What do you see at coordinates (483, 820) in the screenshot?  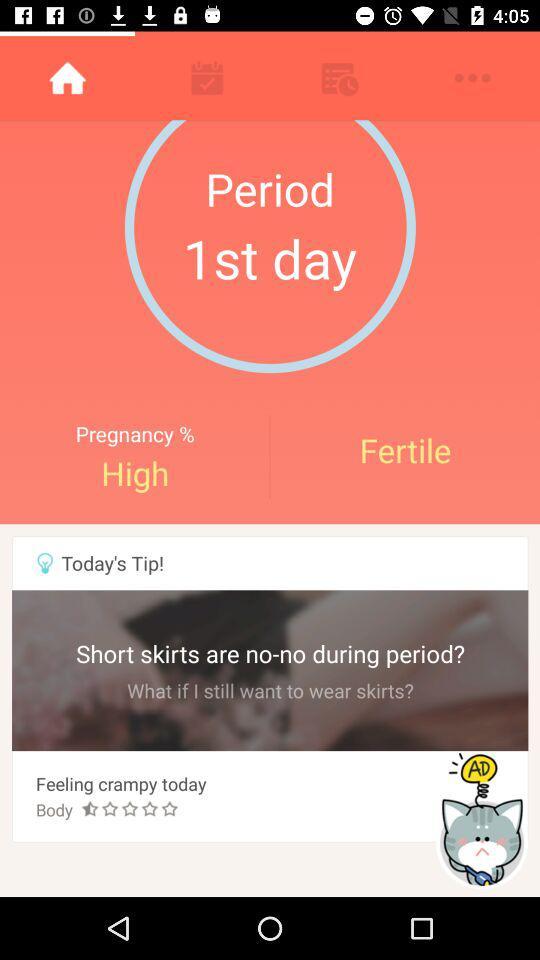 I see `advertisement` at bounding box center [483, 820].